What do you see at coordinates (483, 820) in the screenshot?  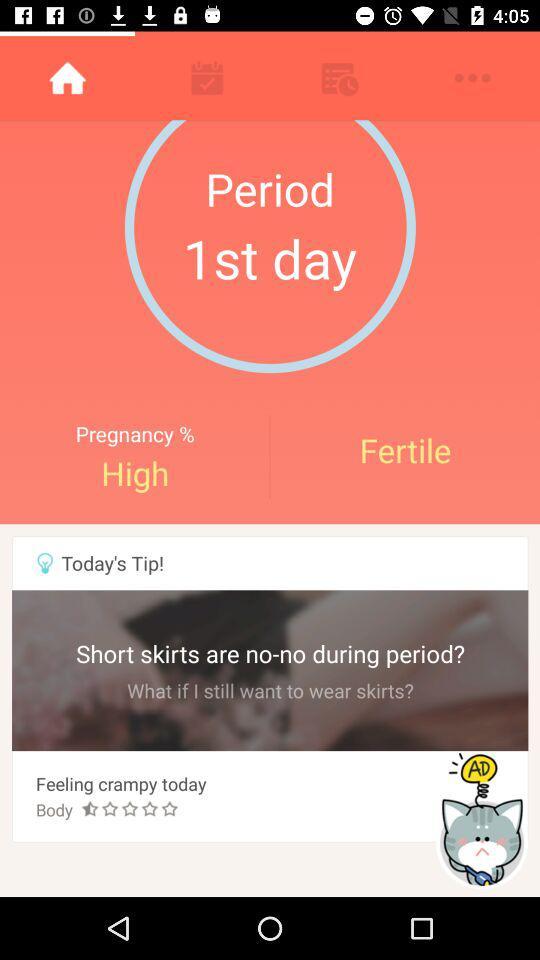 I see `advertisement` at bounding box center [483, 820].